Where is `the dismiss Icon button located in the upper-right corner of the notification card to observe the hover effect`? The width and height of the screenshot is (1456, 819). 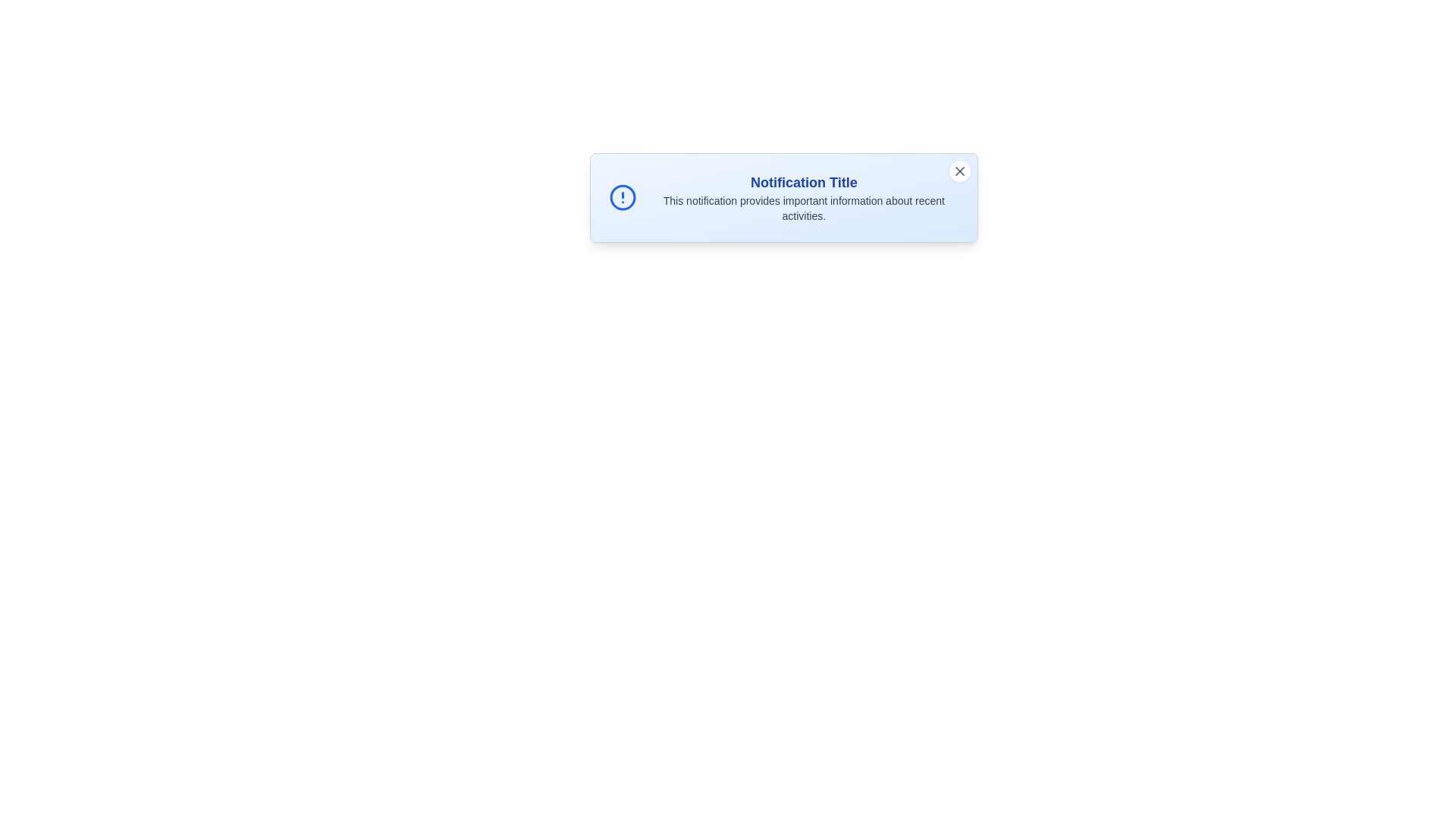
the dismiss Icon button located in the upper-right corner of the notification card to observe the hover effect is located at coordinates (959, 171).